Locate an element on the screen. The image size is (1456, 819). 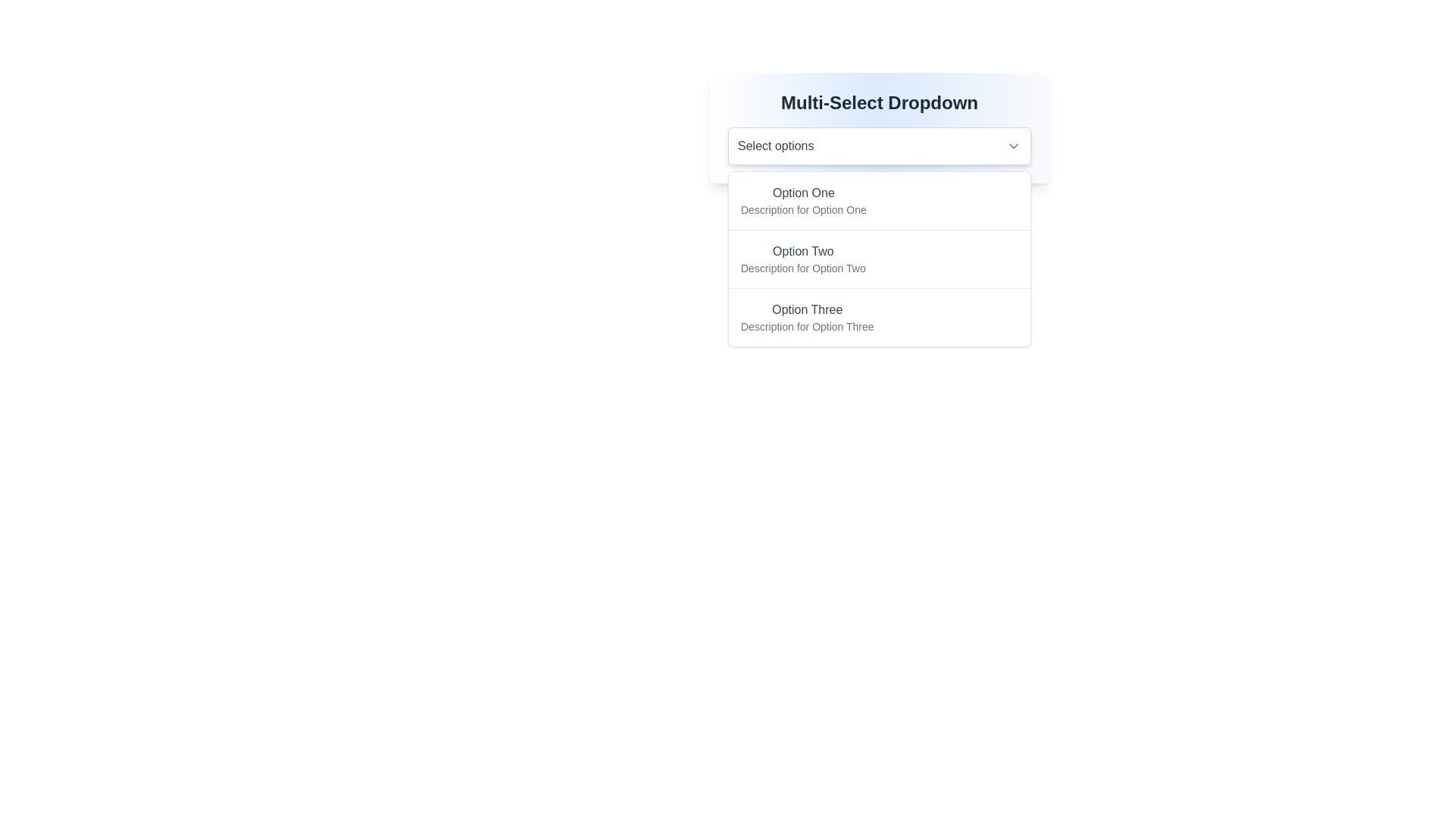
the static text that provides additional descriptive information about the 'Option Two' option in the dropdown, located directly beneath 'Option Two' is located at coordinates (802, 268).